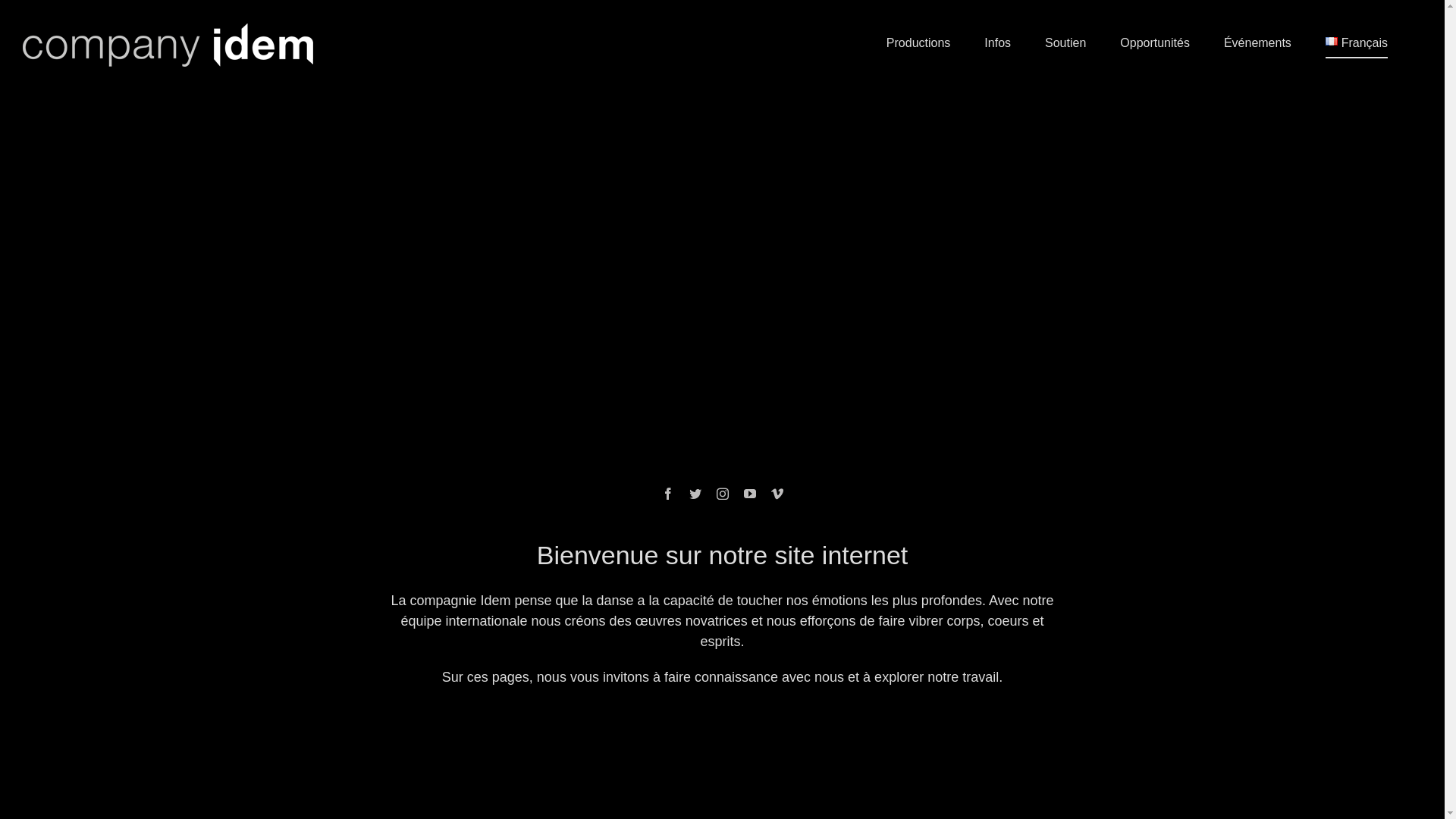 The height and width of the screenshot is (819, 1456). I want to click on 'Soutien', so click(1065, 42).